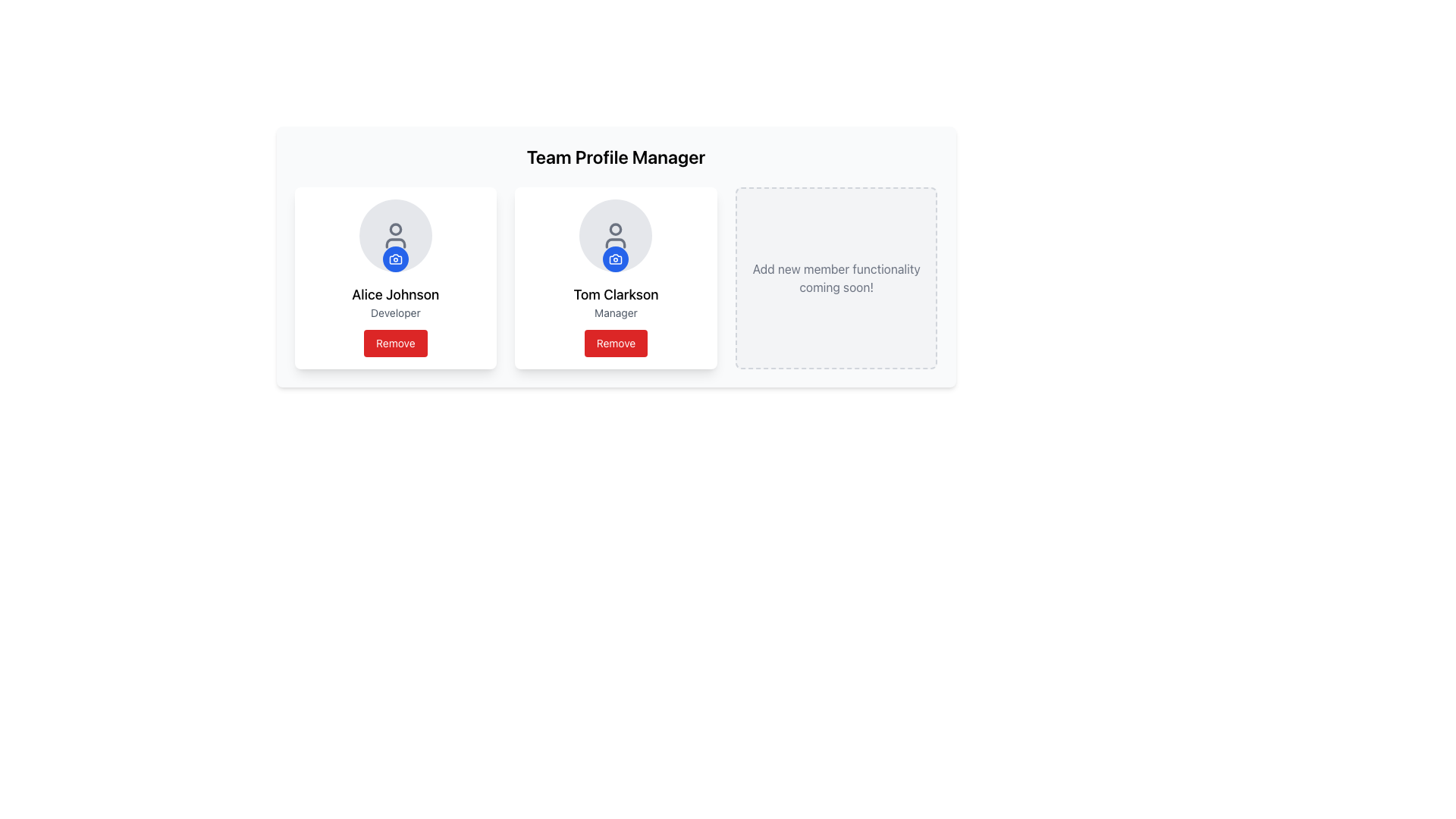 This screenshot has width=1456, height=819. What do you see at coordinates (616, 236) in the screenshot?
I see `the Profile avatar component centered within the profile card titled 'Tom Clarkson', which is located above the 'Remove' button` at bounding box center [616, 236].